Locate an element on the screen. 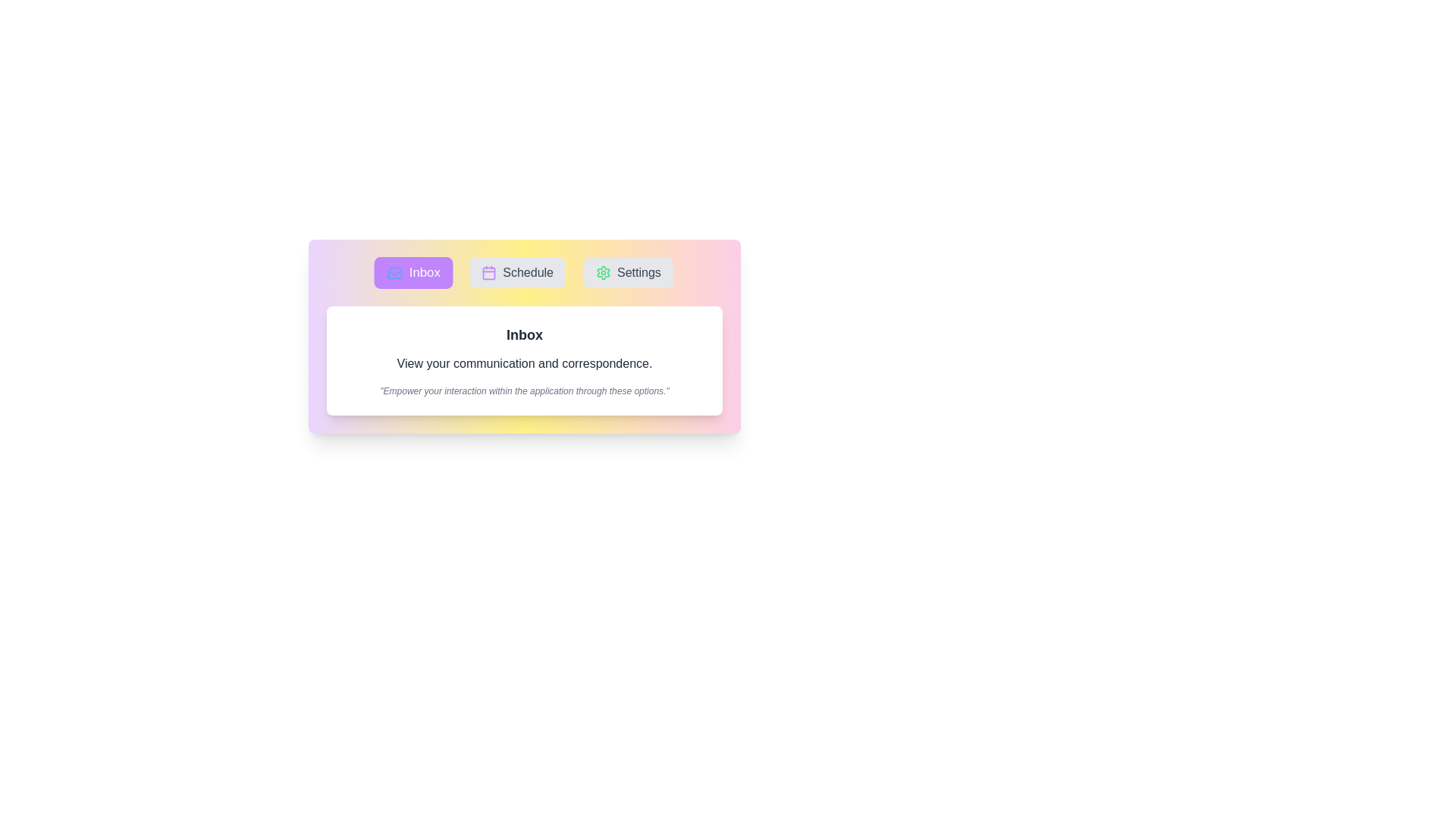  the tab button labeled Schedule is located at coordinates (517, 271).